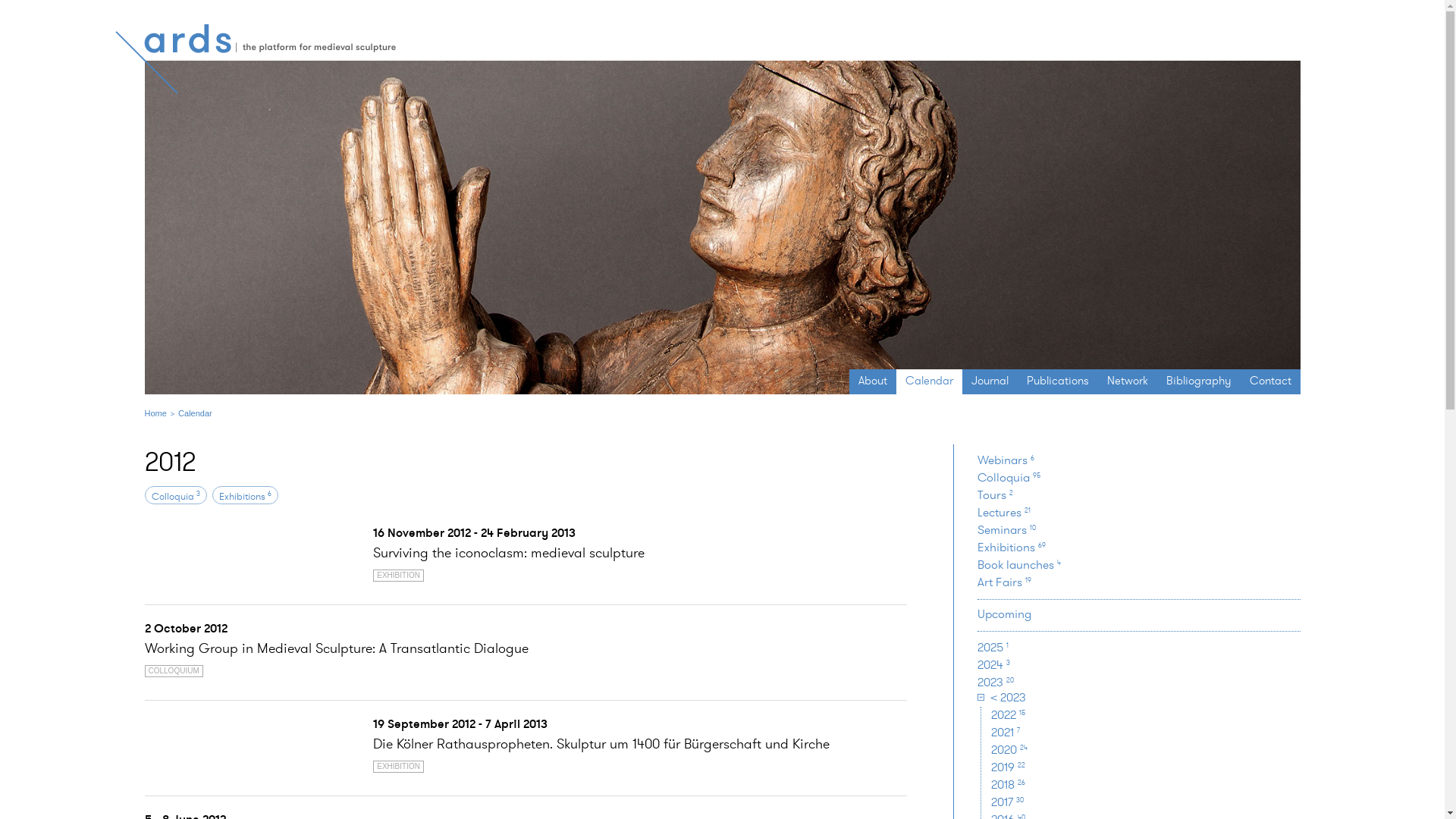 This screenshot has width=1456, height=819. Describe the element at coordinates (996, 681) in the screenshot. I see `'2023 20'` at that location.